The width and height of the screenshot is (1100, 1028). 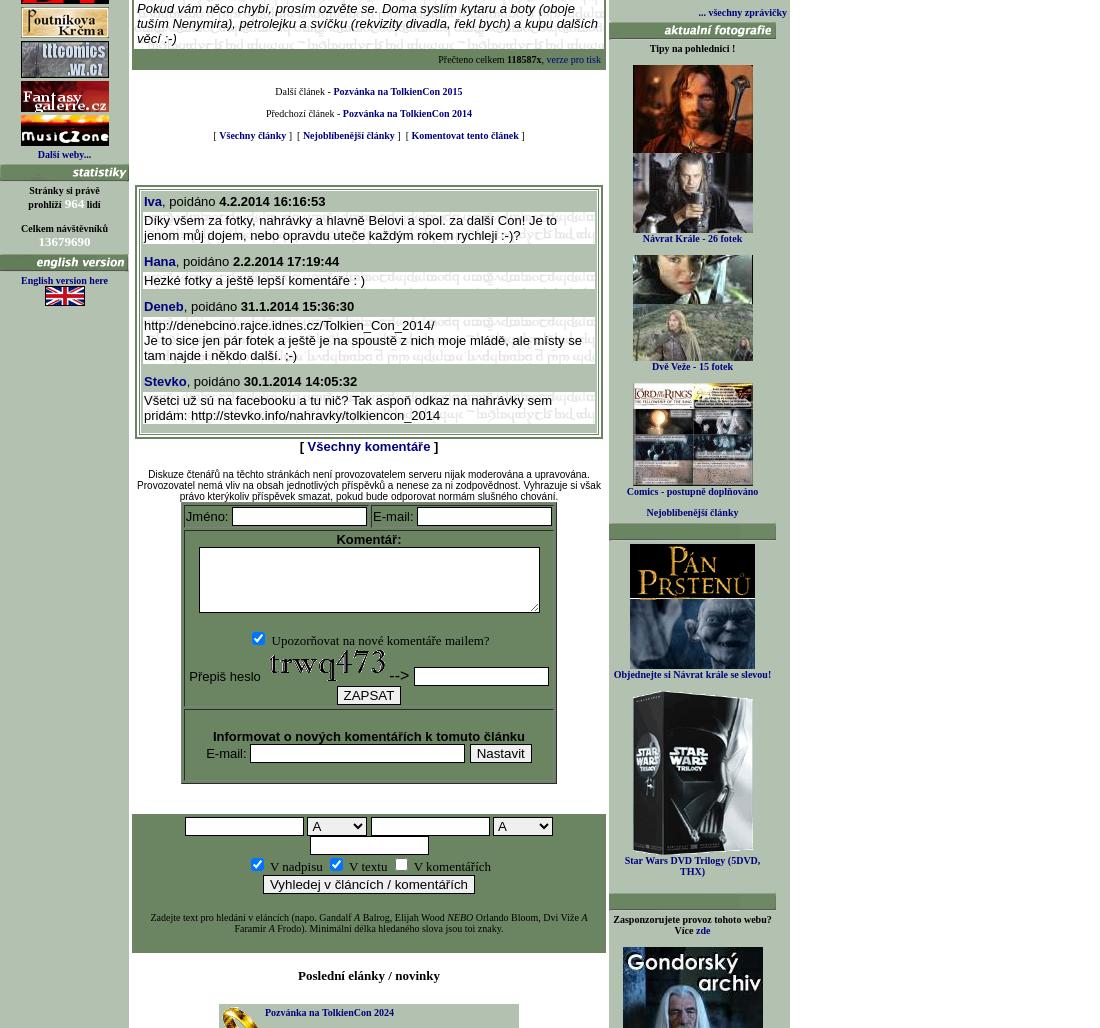 What do you see at coordinates (298, 380) in the screenshot?
I see `'30.1.2014 14:05:32'` at bounding box center [298, 380].